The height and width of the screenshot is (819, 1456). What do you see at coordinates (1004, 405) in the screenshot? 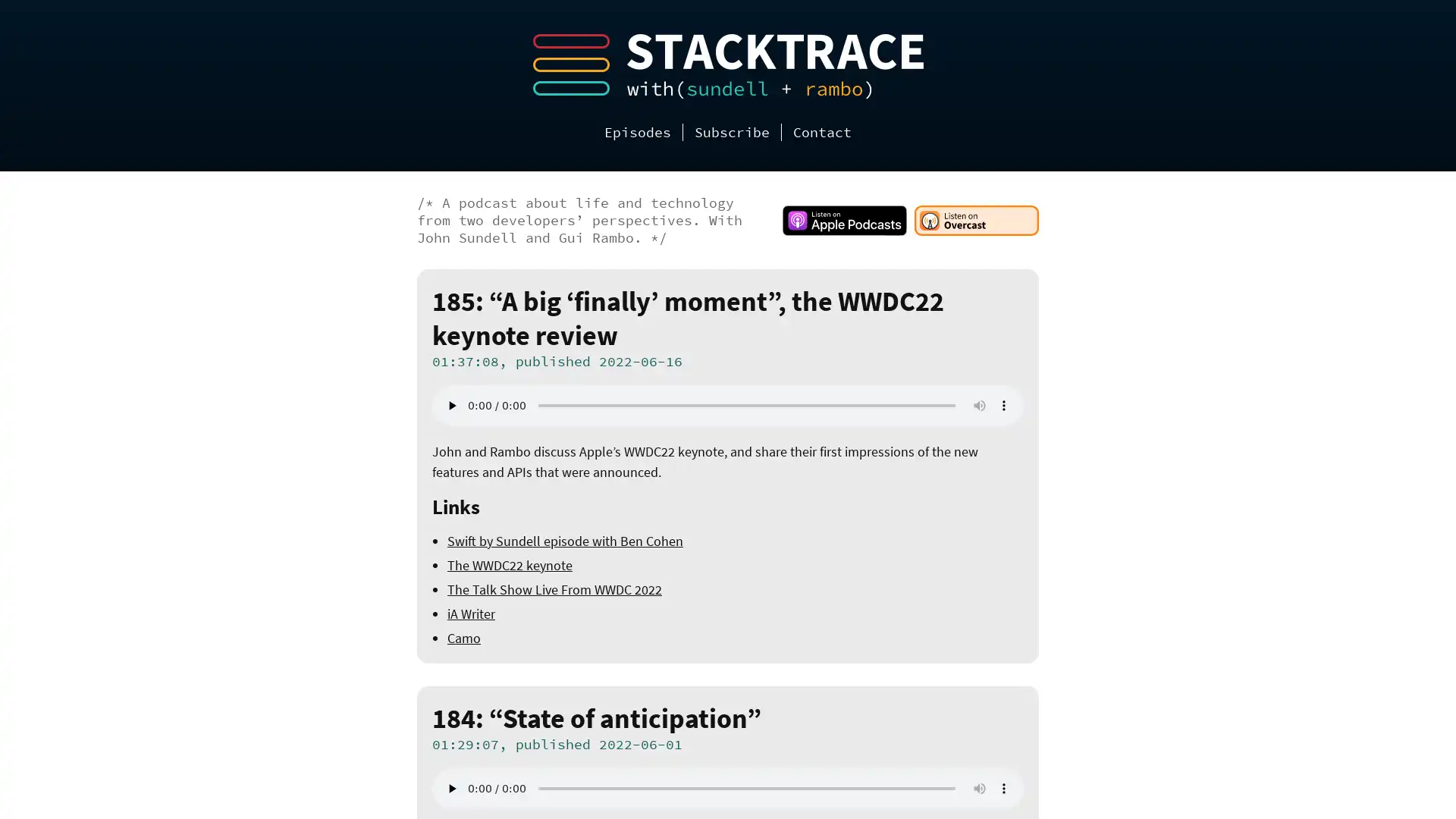
I see `show more media controls` at bounding box center [1004, 405].